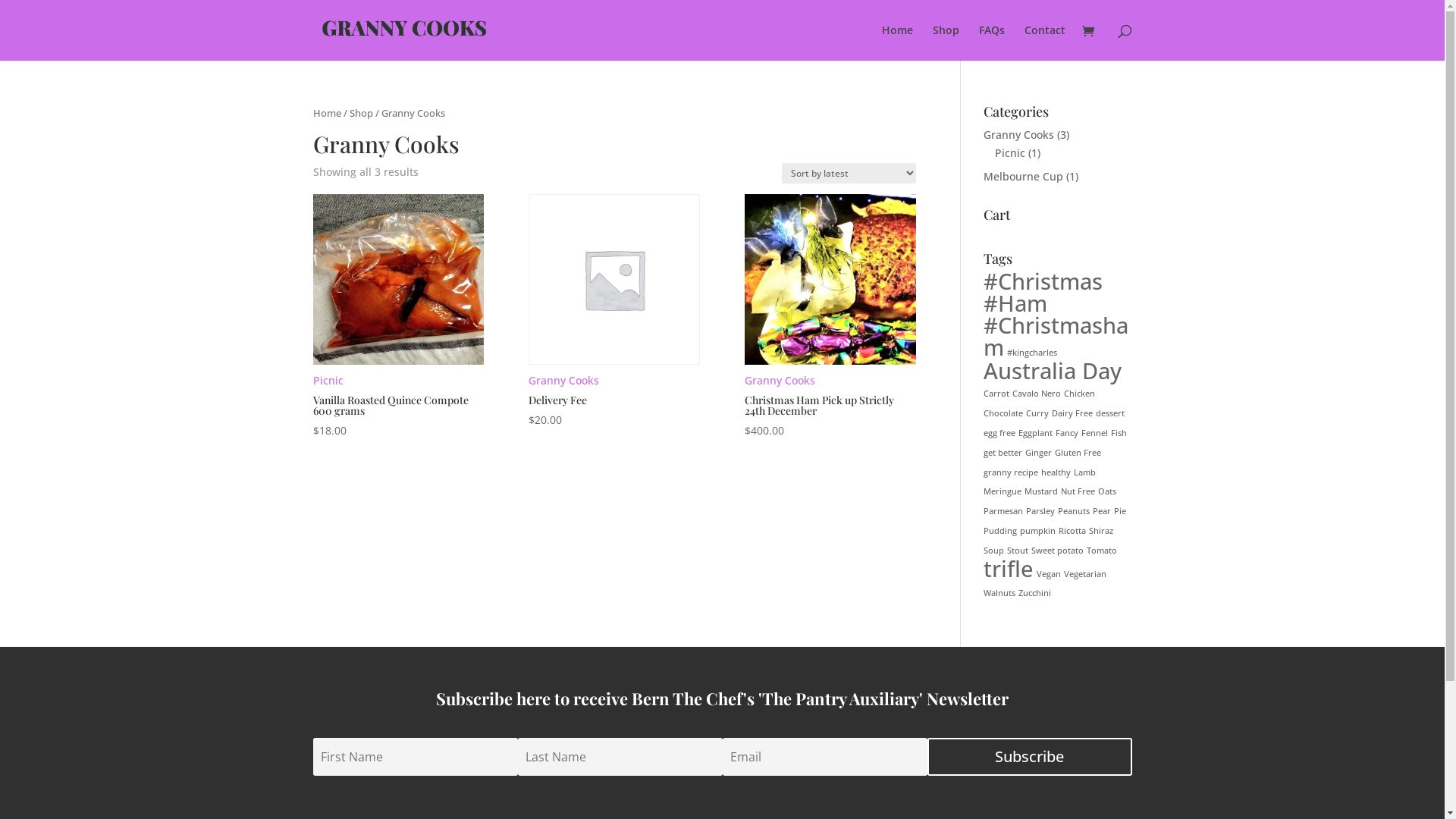 Image resolution: width=1456 pixels, height=819 pixels. What do you see at coordinates (1110, 413) in the screenshot?
I see `'dessert'` at bounding box center [1110, 413].